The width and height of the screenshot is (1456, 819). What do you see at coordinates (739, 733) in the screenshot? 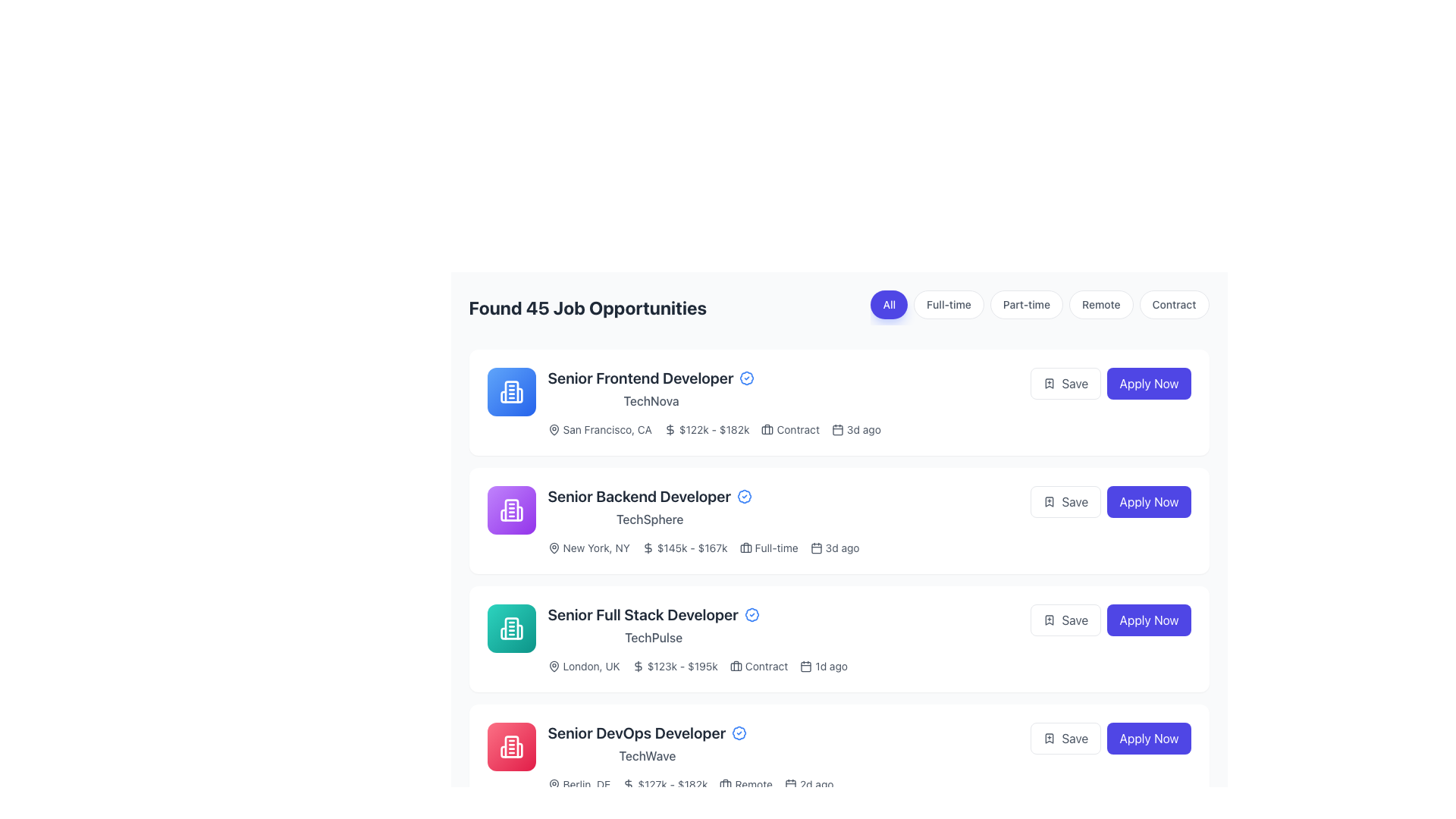
I see `the badge icon located immediately to the right of the job title 'Senior DevOps Developer'` at bounding box center [739, 733].